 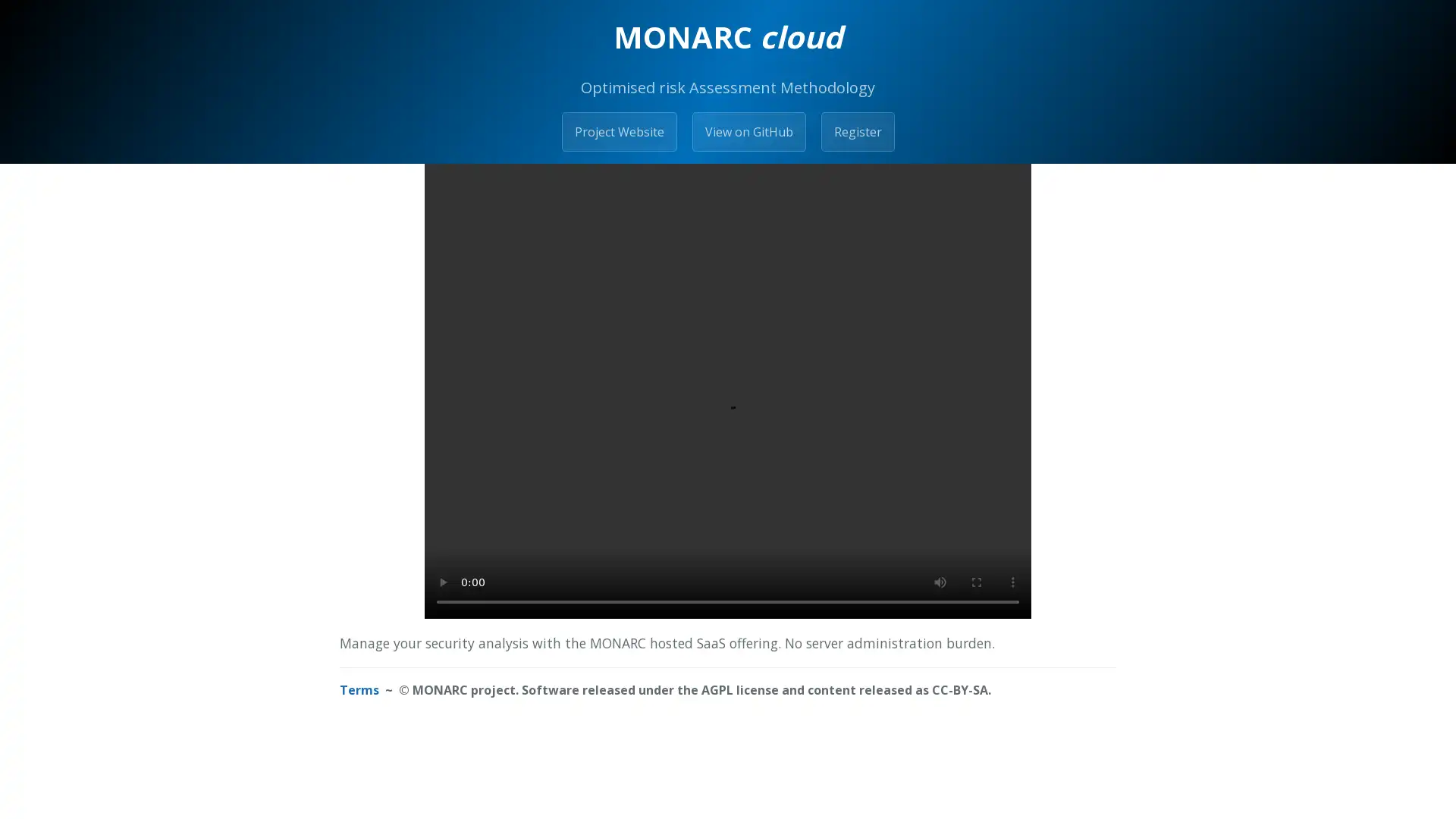 I want to click on show more media controls, so click(x=1012, y=581).